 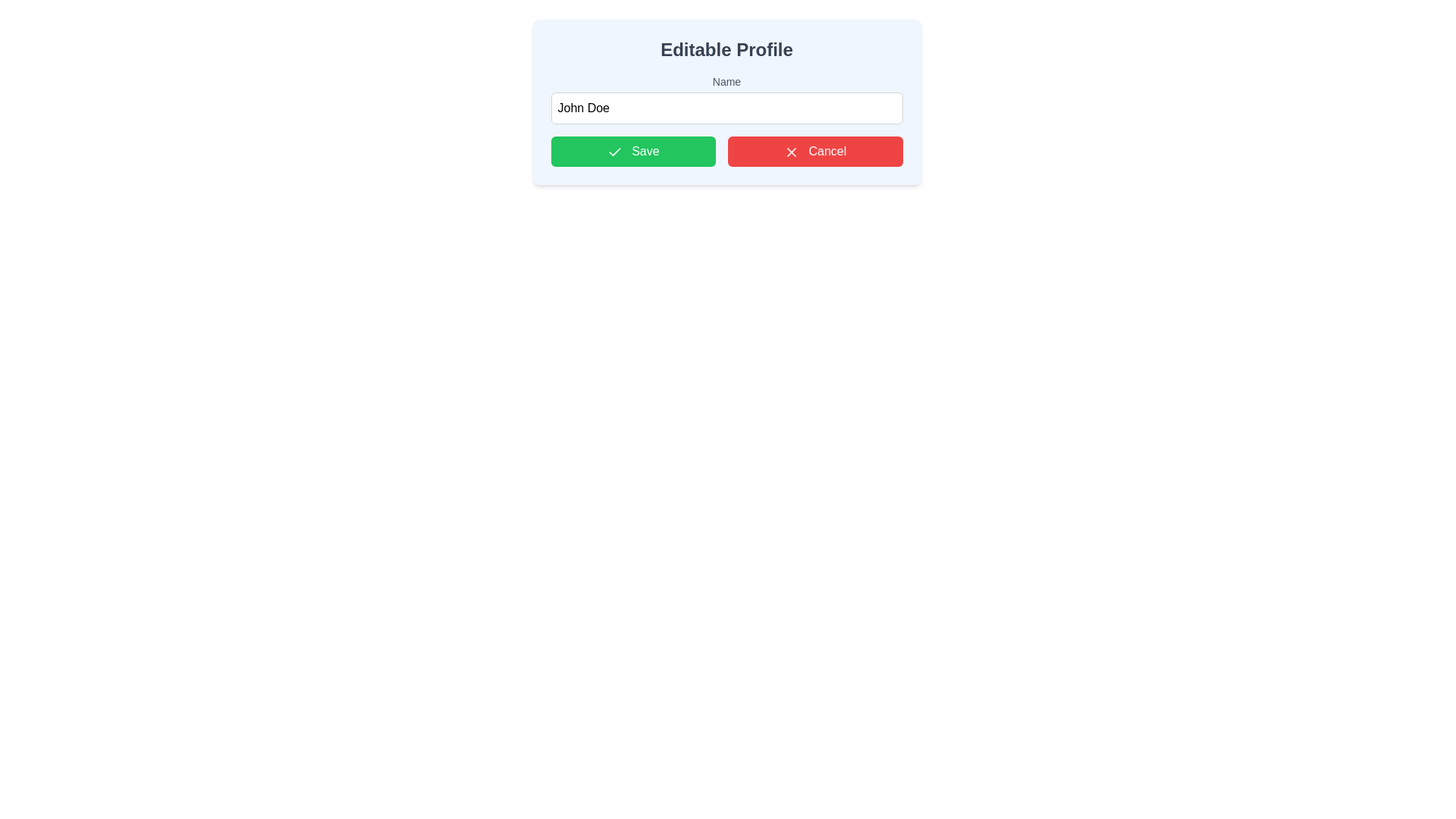 I want to click on the leftmost button in the horizontal group below the 'Name' text input field, so click(x=633, y=152).